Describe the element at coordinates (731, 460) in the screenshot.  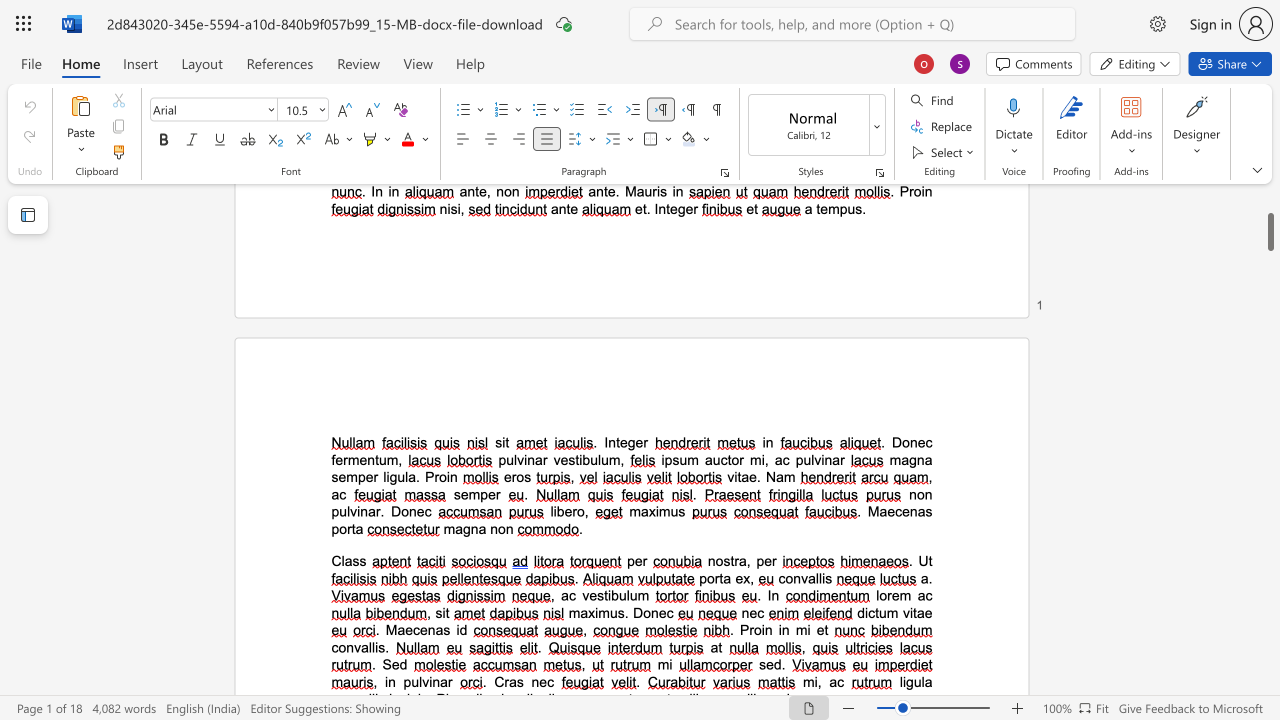
I see `the space between the continuous character "t" and "o" in the text` at that location.